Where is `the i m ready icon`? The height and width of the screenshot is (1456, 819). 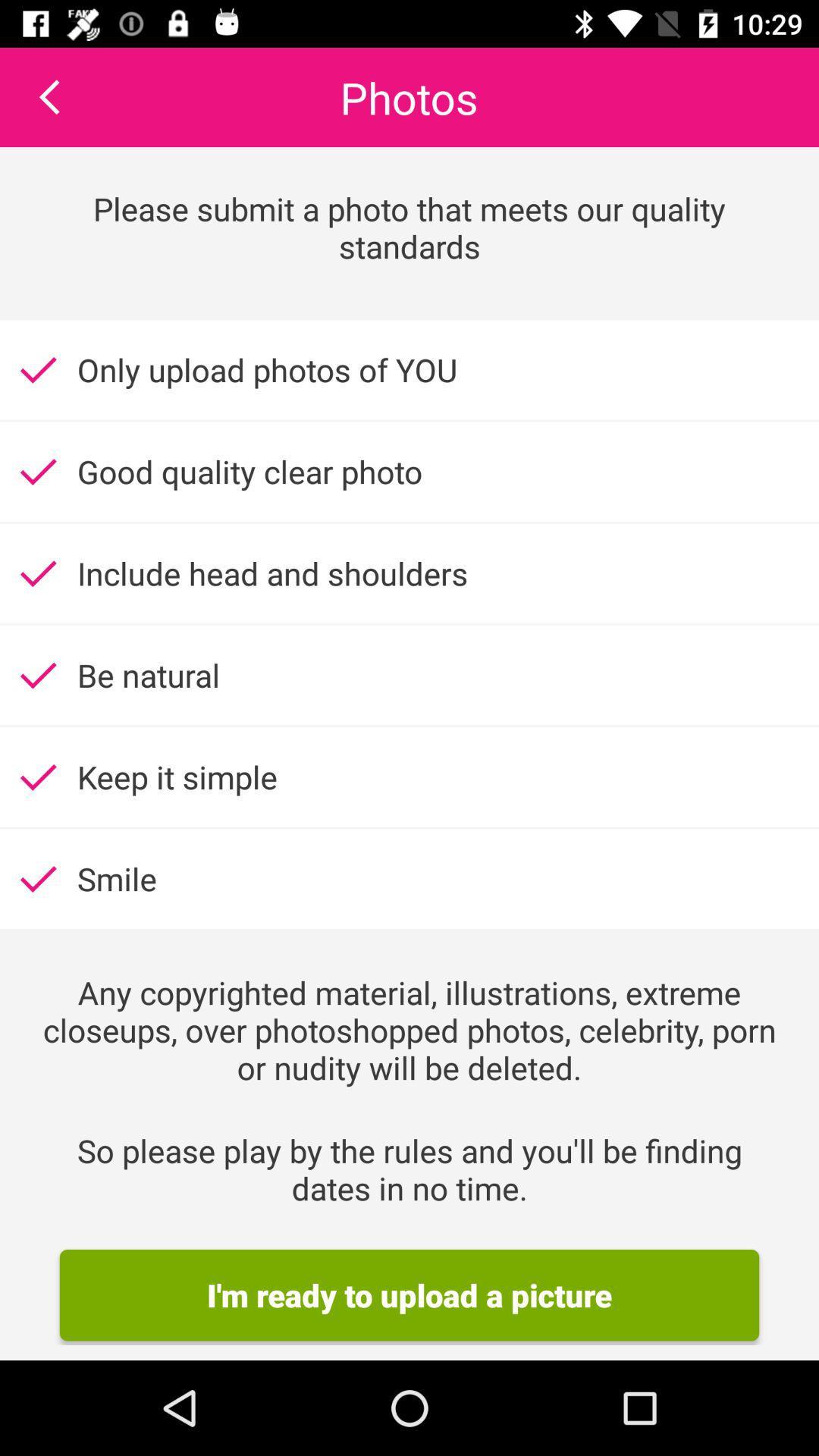 the i m ready icon is located at coordinates (409, 1294).